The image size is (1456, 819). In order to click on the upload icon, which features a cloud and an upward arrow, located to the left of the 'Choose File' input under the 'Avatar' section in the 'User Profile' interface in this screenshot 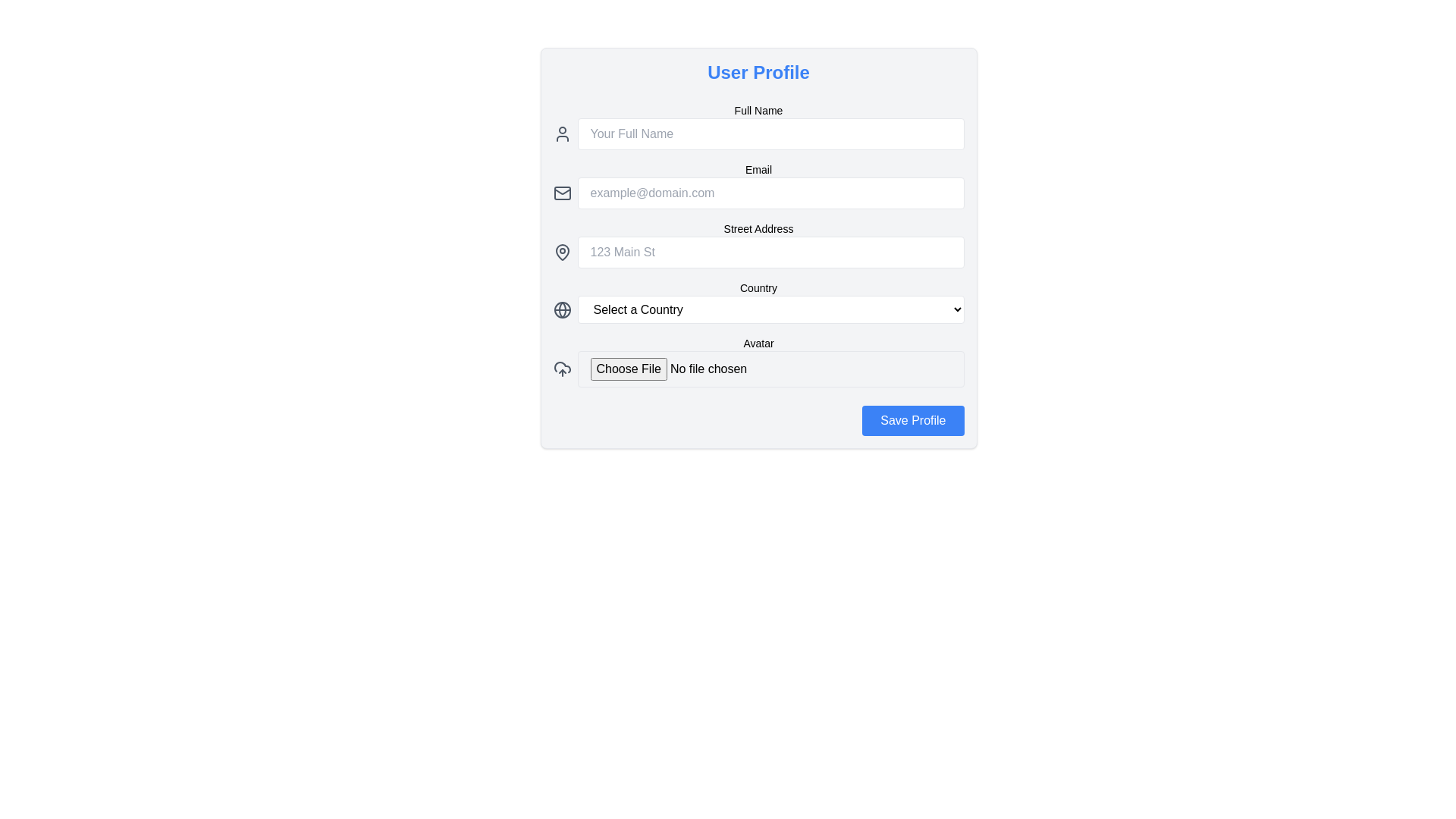, I will do `click(561, 369)`.